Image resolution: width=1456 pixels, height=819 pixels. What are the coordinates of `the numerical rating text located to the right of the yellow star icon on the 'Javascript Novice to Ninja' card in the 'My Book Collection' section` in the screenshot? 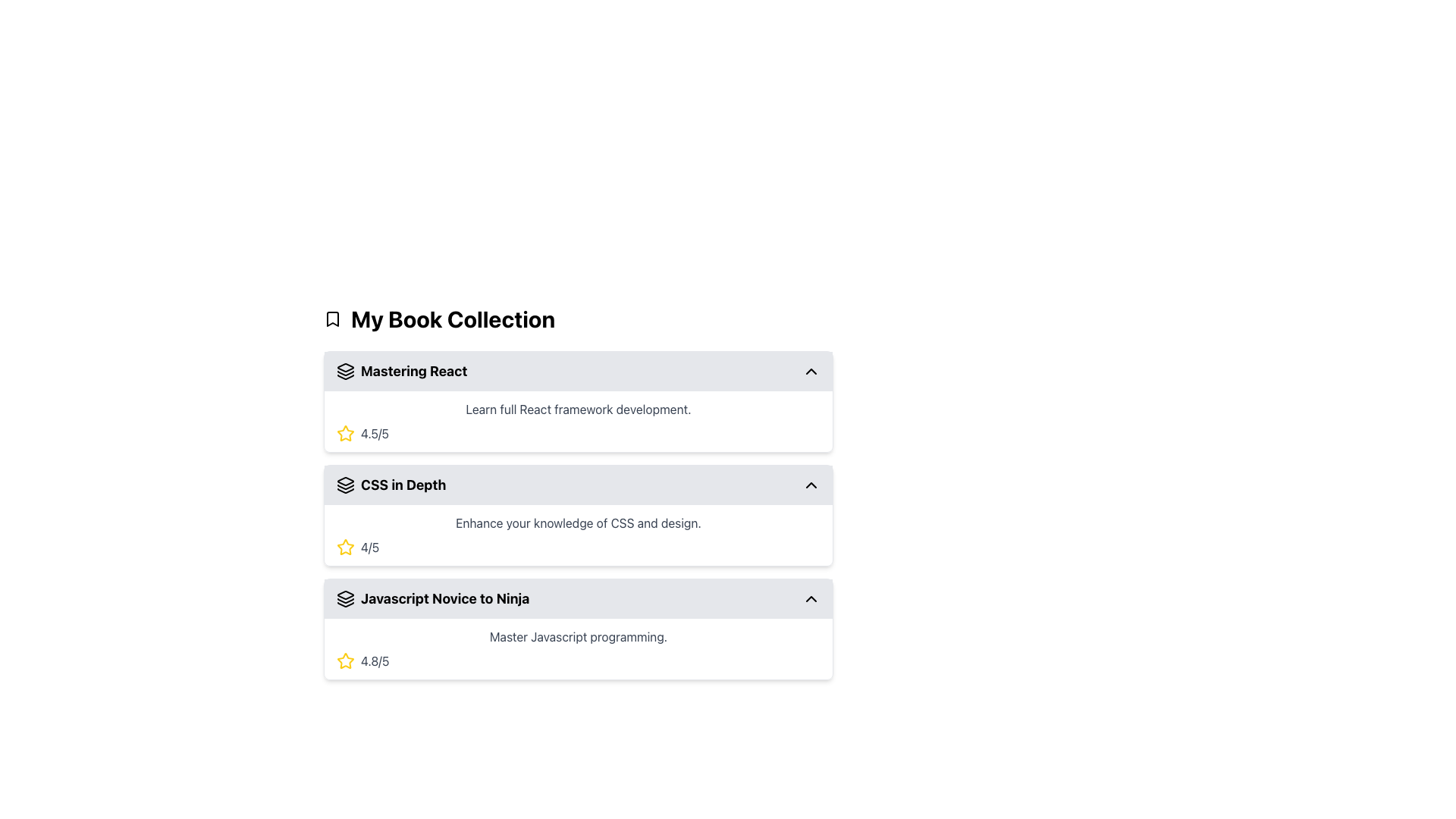 It's located at (375, 660).